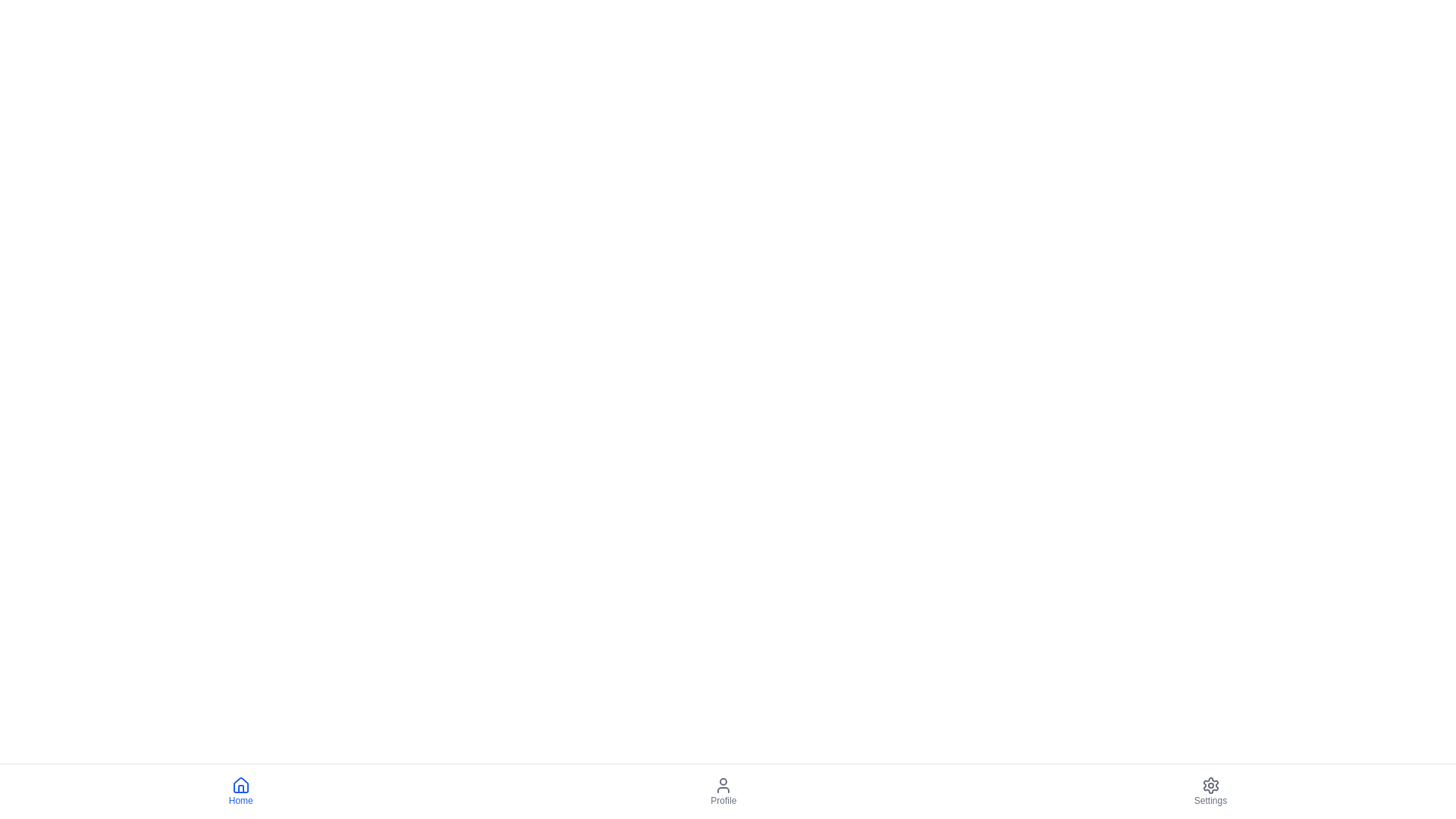 The width and height of the screenshot is (1456, 819). I want to click on the gear-shaped icon located in the middle-top of the 'Settings' button group in the bottom navigation bar, so click(1210, 785).